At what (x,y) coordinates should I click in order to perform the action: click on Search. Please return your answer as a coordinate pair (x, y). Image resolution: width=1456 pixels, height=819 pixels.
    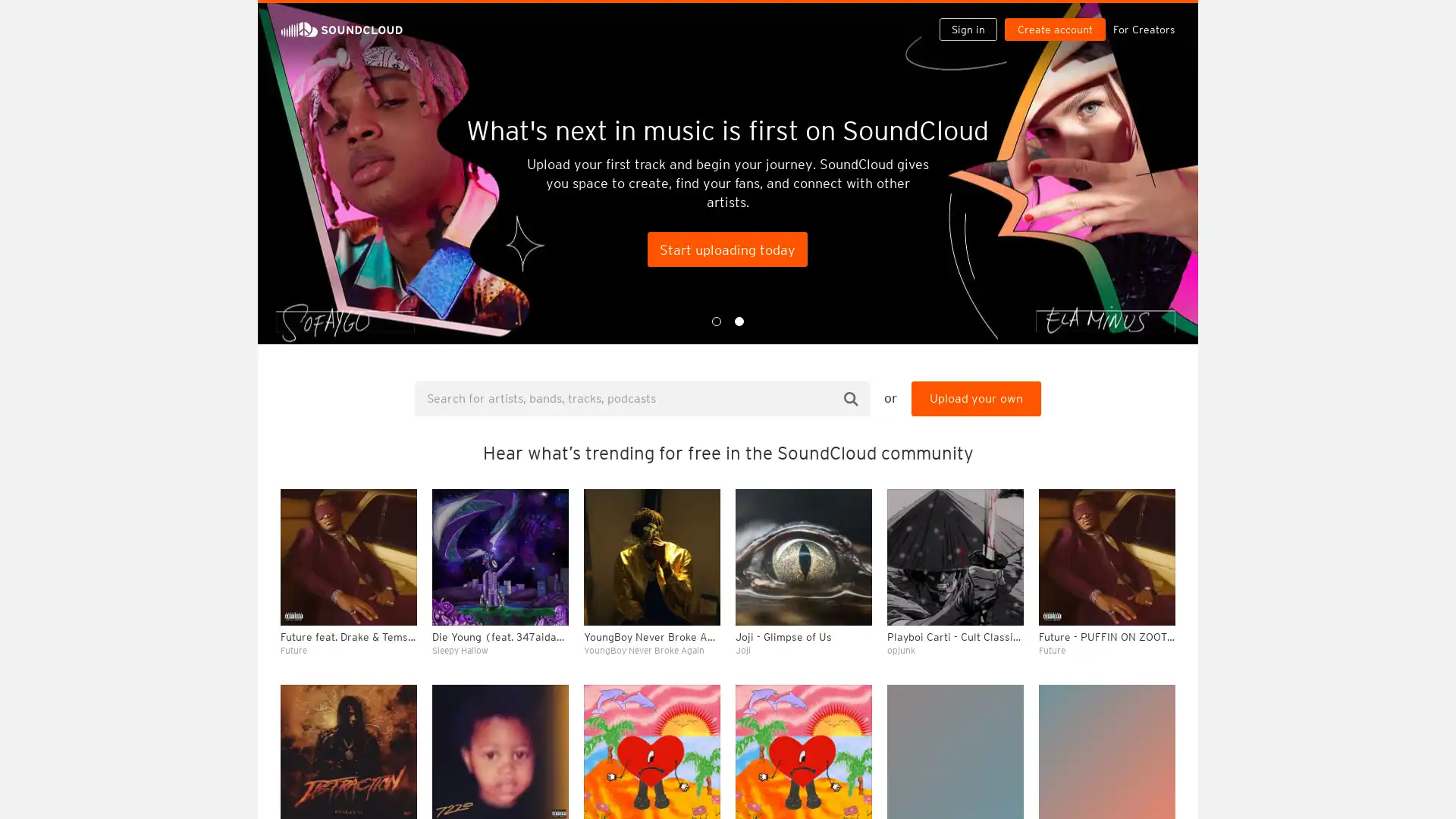
    Looking at the image, I should click on (851, 397).